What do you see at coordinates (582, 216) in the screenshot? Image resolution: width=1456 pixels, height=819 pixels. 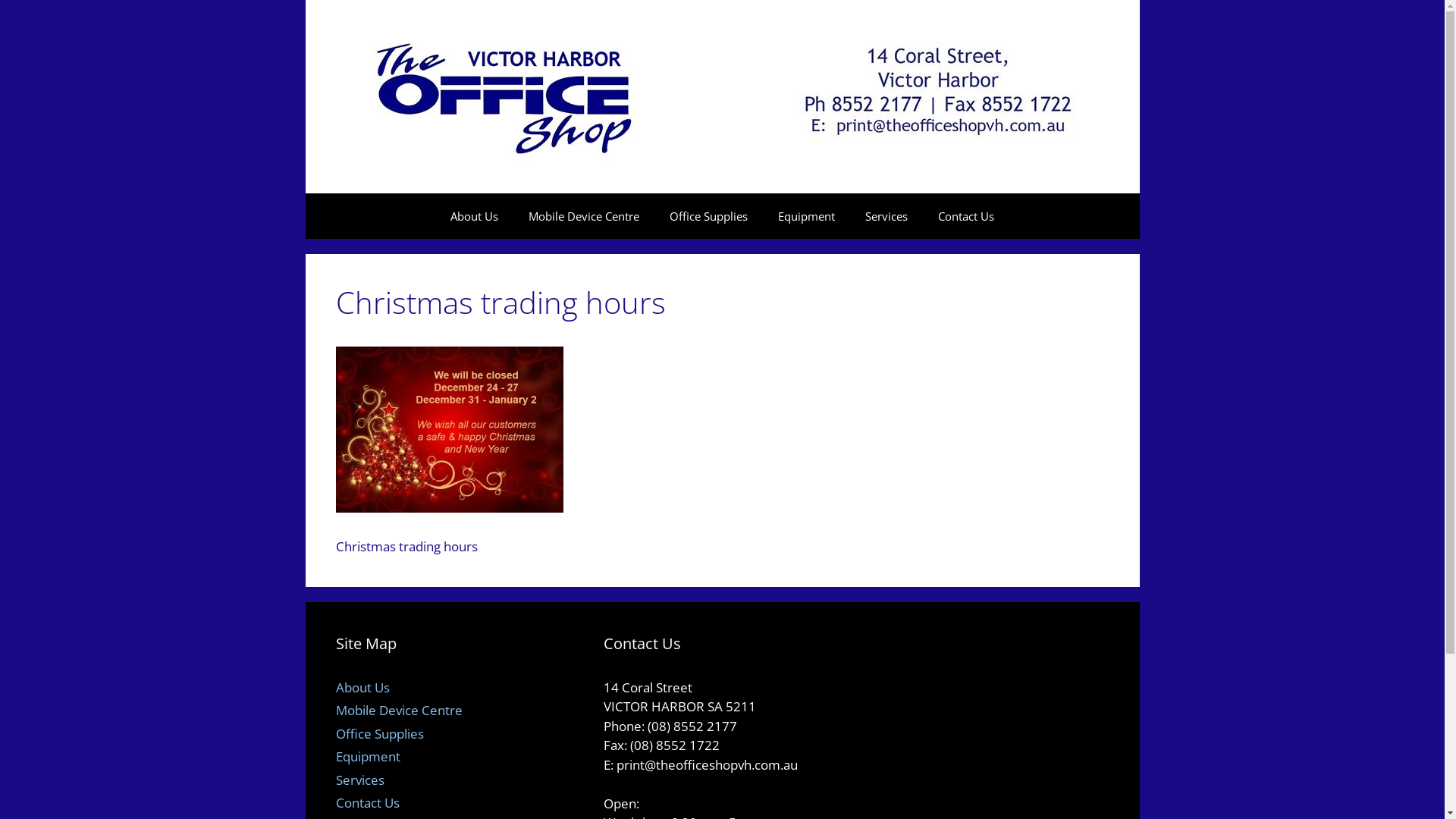 I see `'Mobile Device Centre'` at bounding box center [582, 216].